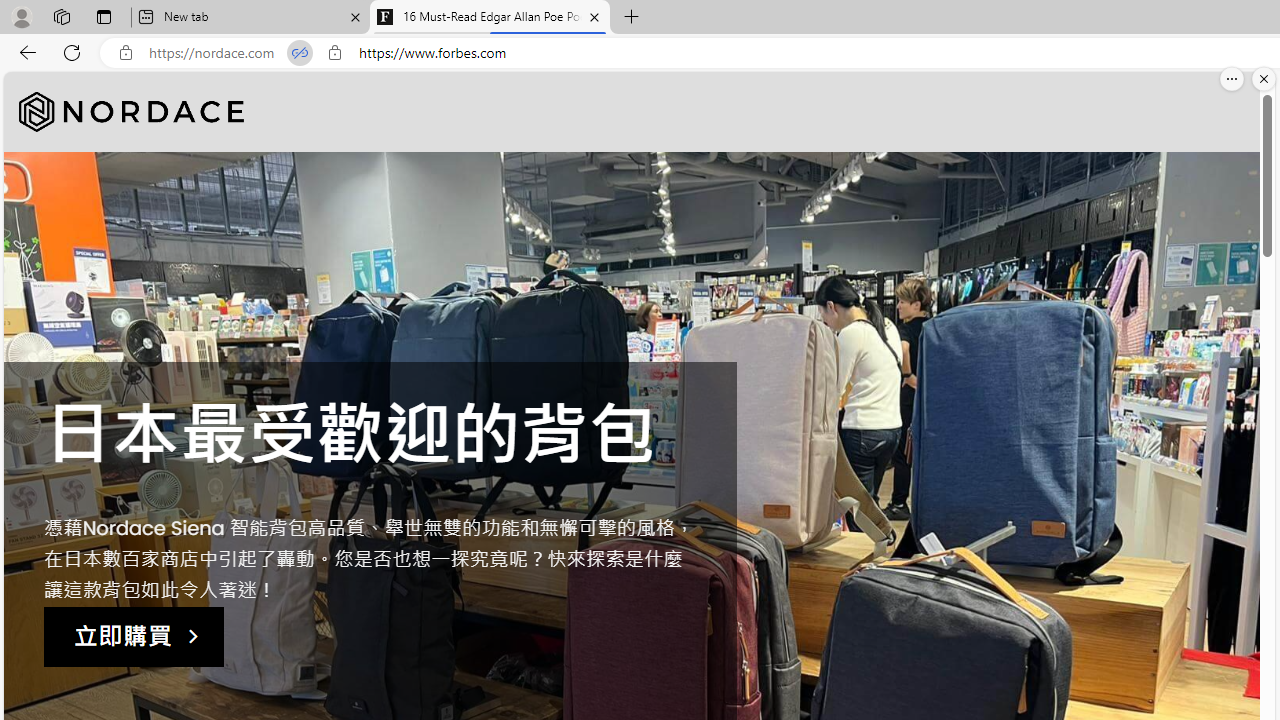 The image size is (1280, 720). What do you see at coordinates (334, 52) in the screenshot?
I see `'View site information'` at bounding box center [334, 52].